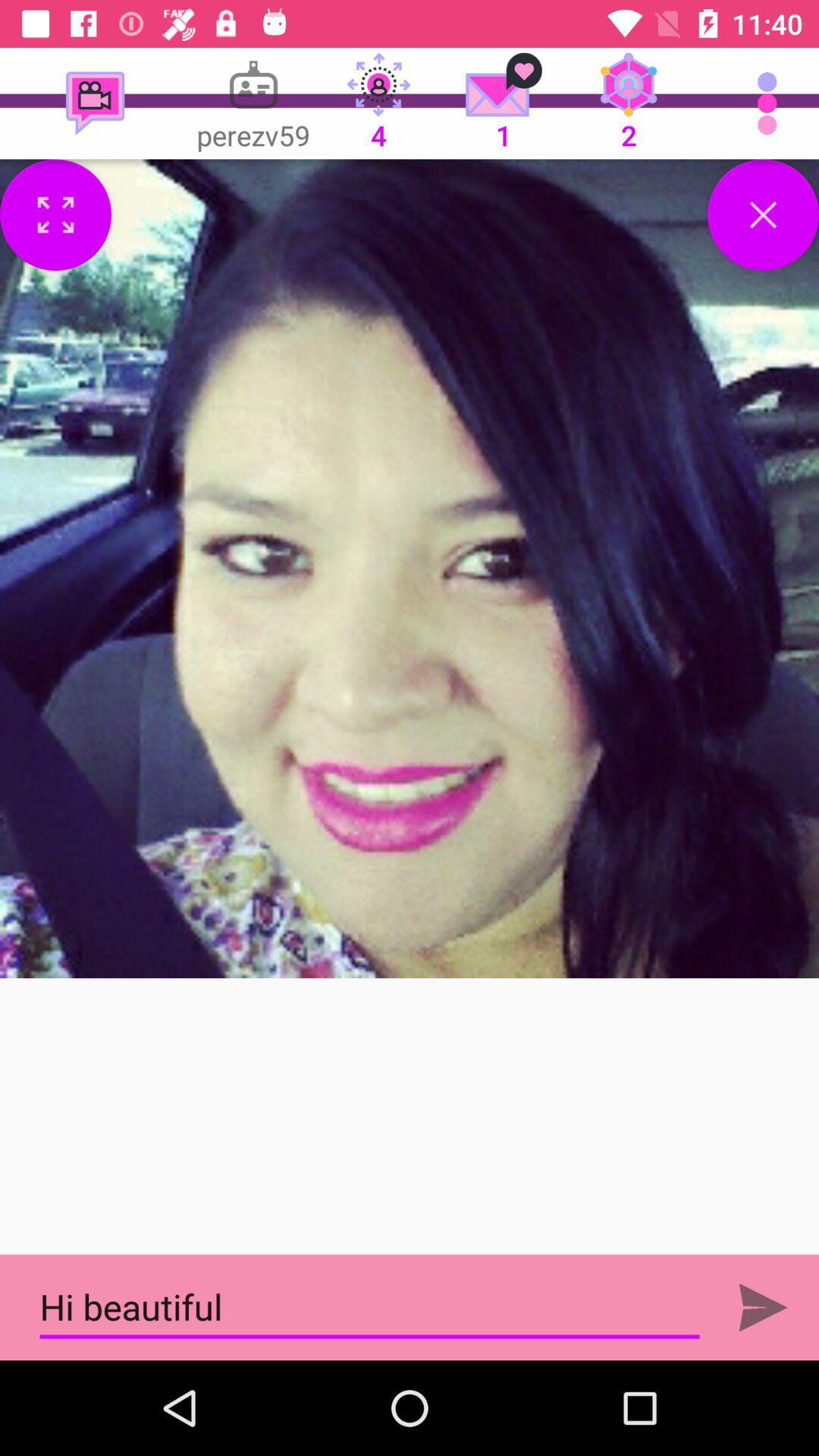 The width and height of the screenshot is (819, 1456). Describe the element at coordinates (763, 214) in the screenshot. I see `option` at that location.